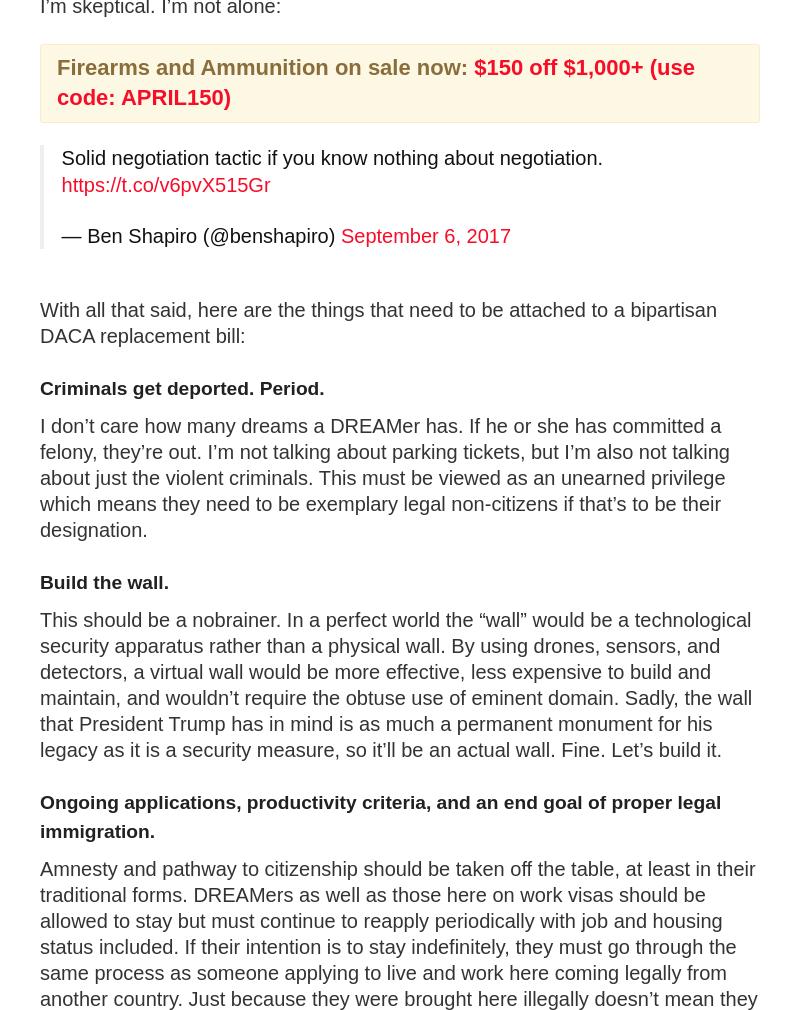  Describe the element at coordinates (375, 81) in the screenshot. I see `'$150 off $1,000+ (use code: APRIL150)'` at that location.